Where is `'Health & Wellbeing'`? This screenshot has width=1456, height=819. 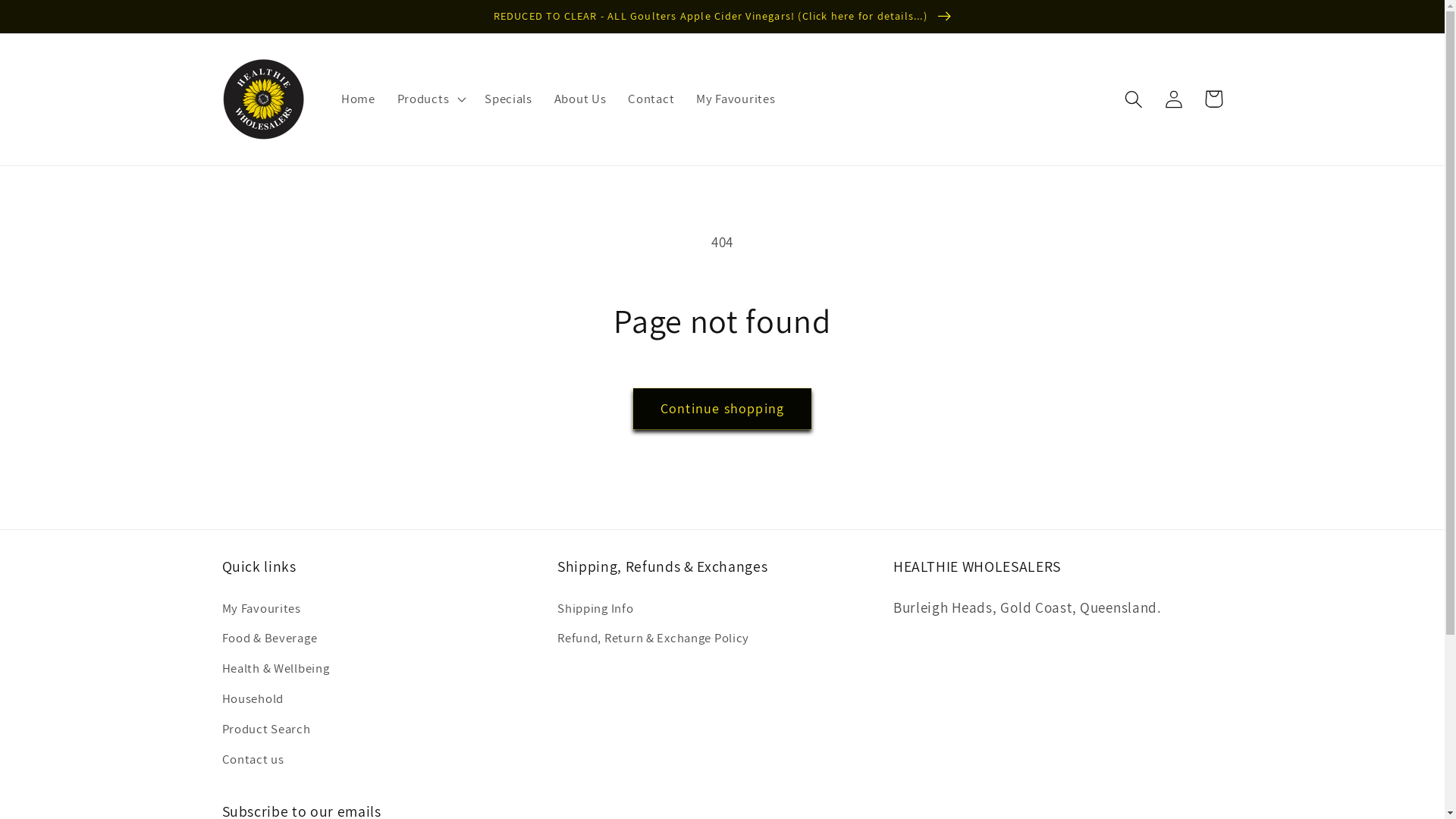 'Health & Wellbeing' is located at coordinates (275, 668).